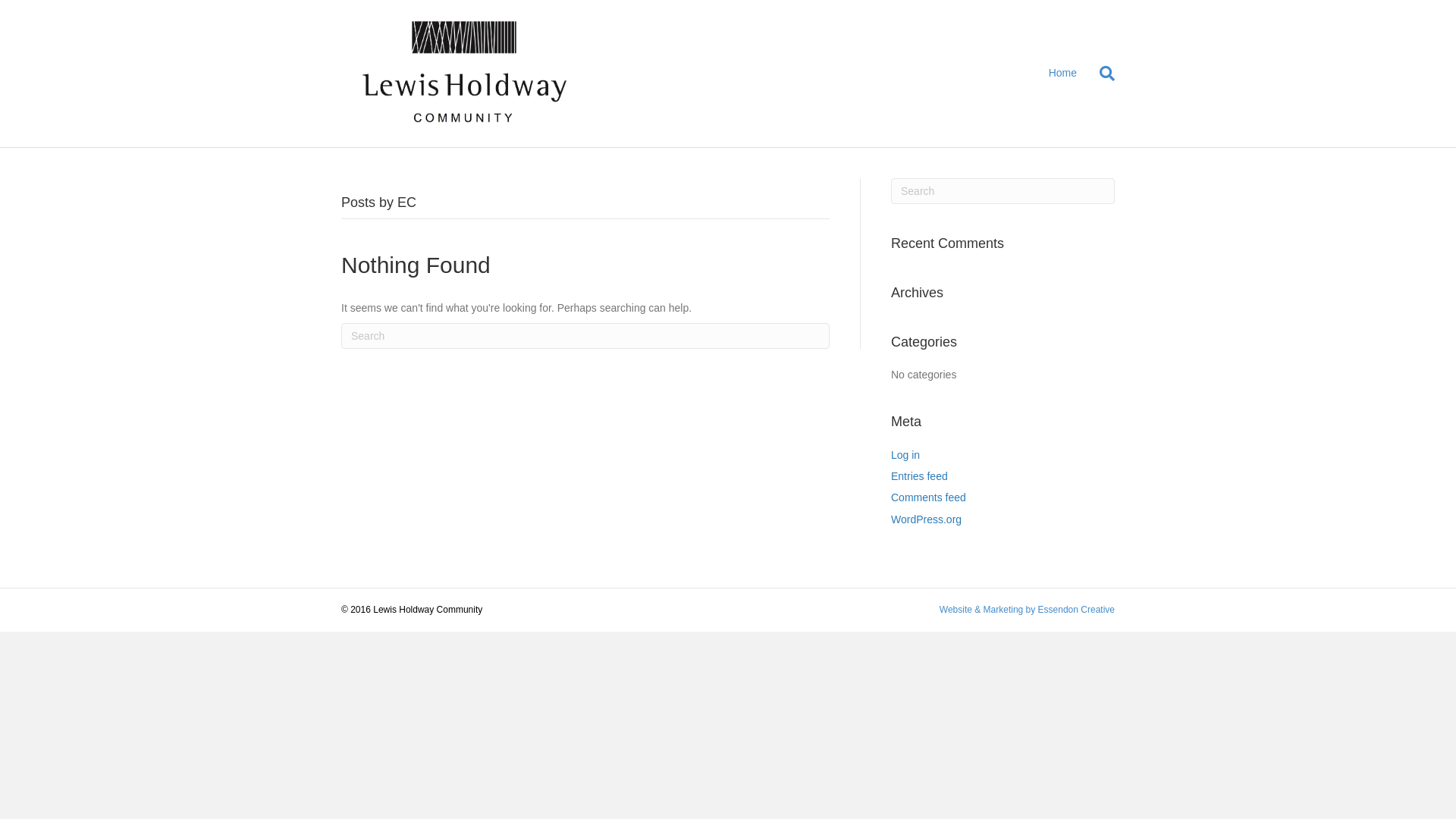 The image size is (1456, 819). I want to click on 'Website & Marketing by Essendon Creative', so click(1027, 608).